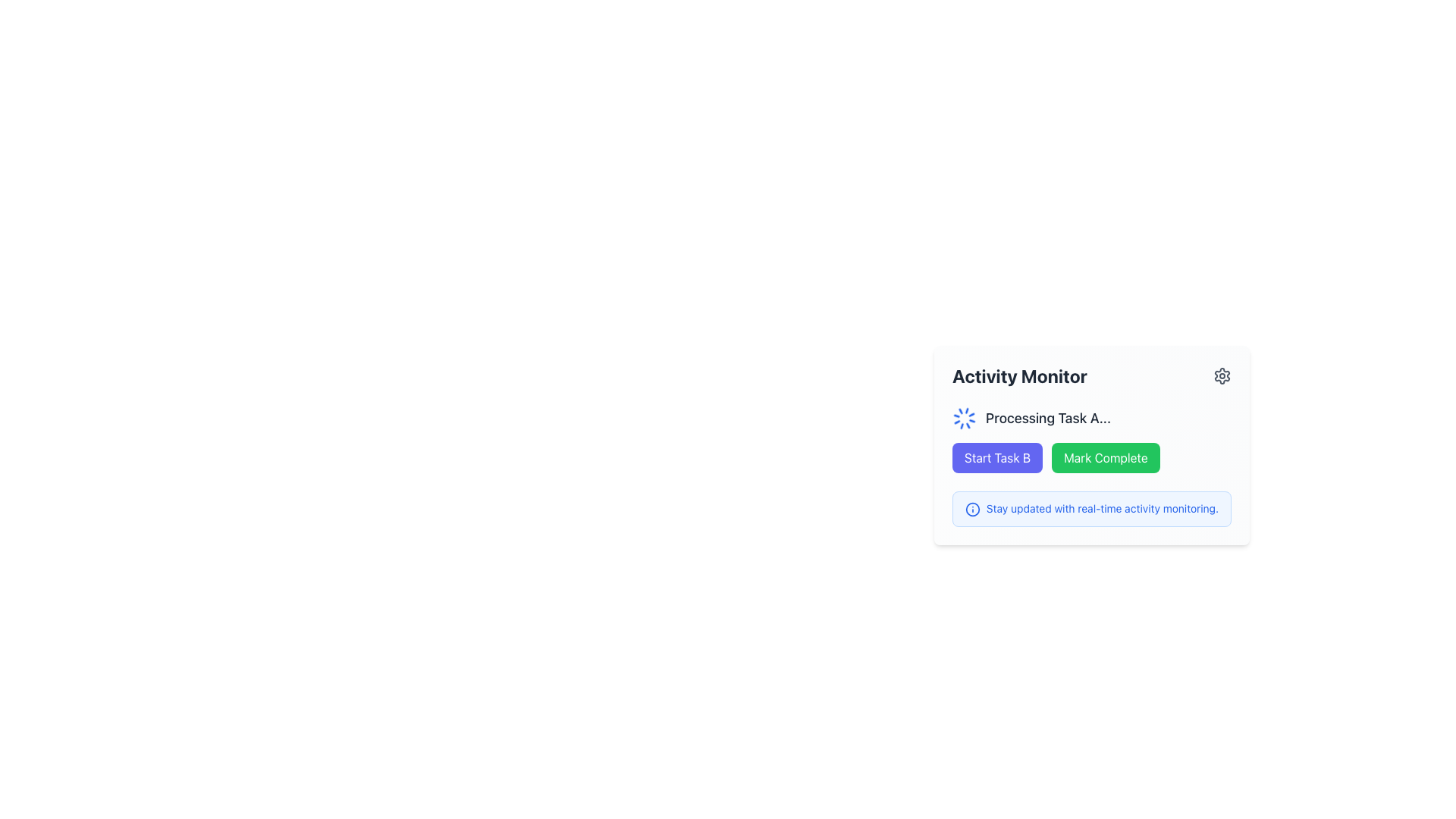 This screenshot has width=1456, height=819. I want to click on the 'Mark Complete' button with a green background and white text, located in the 'Activity Monitor' box, to observe its hover effects, so click(1092, 444).